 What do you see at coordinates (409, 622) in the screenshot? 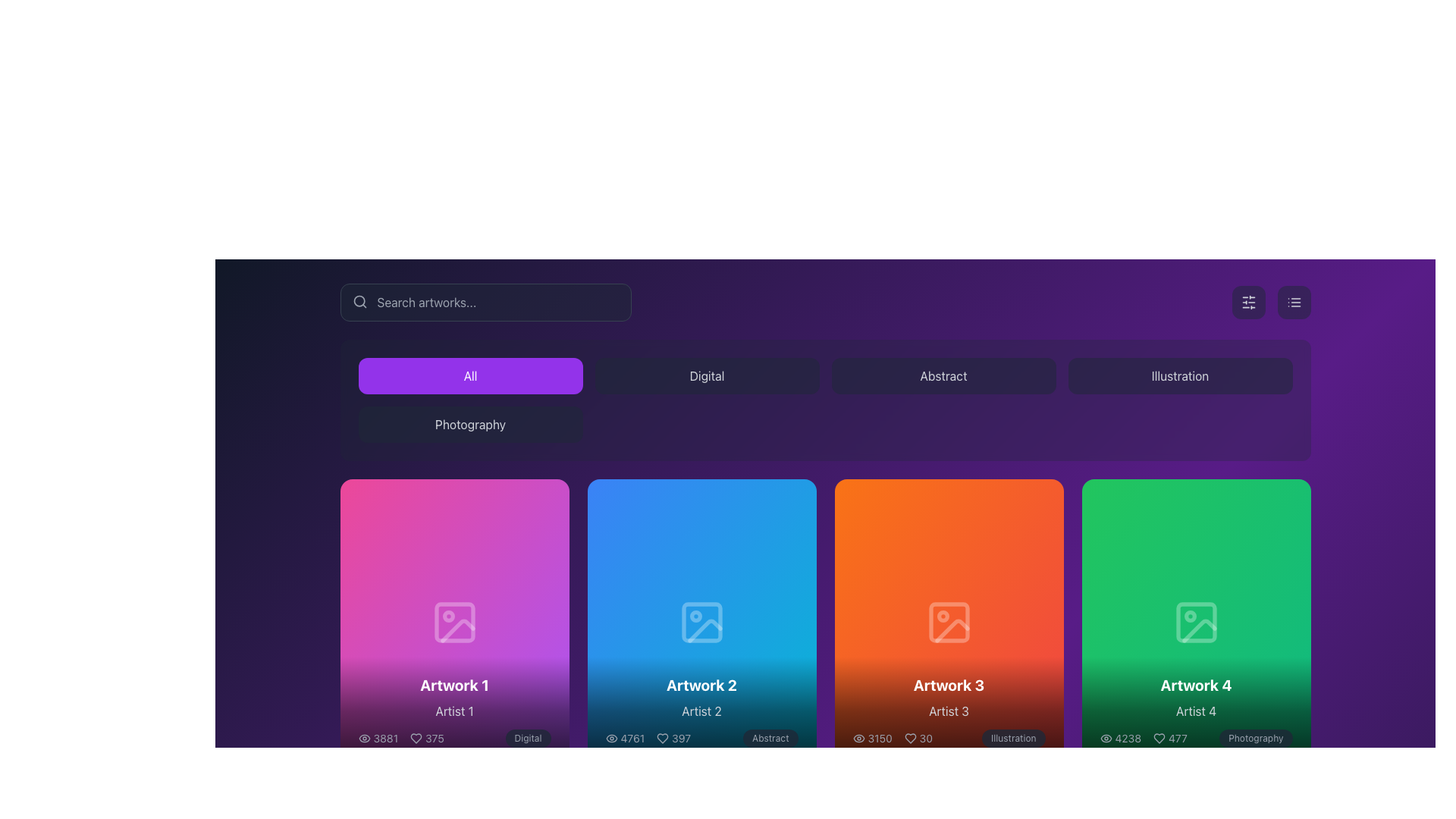
I see `the leftmost interactive button in the overlay of the first card in the grid layout` at bounding box center [409, 622].